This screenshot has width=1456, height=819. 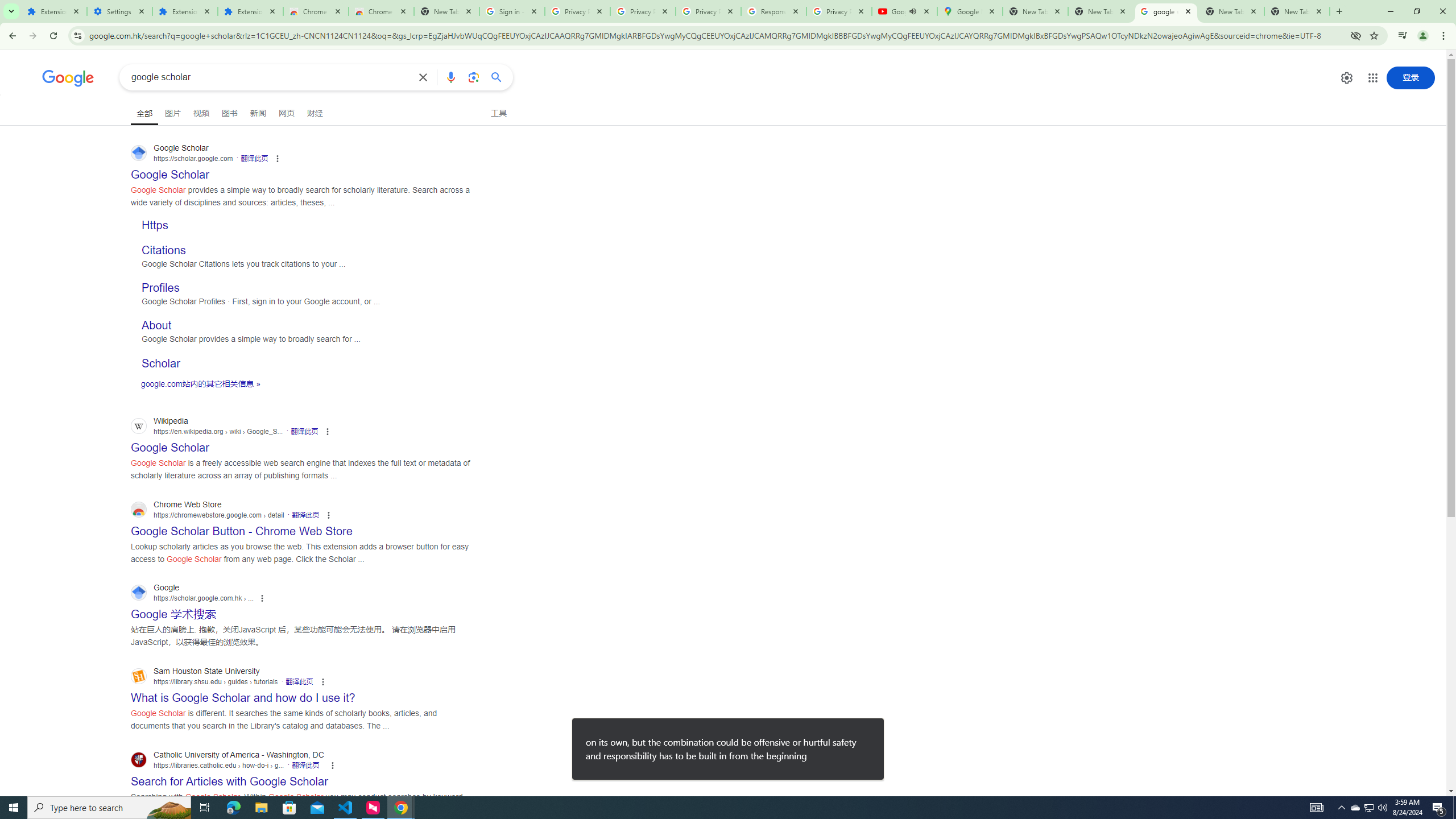 I want to click on 'Scholar', so click(x=160, y=362).